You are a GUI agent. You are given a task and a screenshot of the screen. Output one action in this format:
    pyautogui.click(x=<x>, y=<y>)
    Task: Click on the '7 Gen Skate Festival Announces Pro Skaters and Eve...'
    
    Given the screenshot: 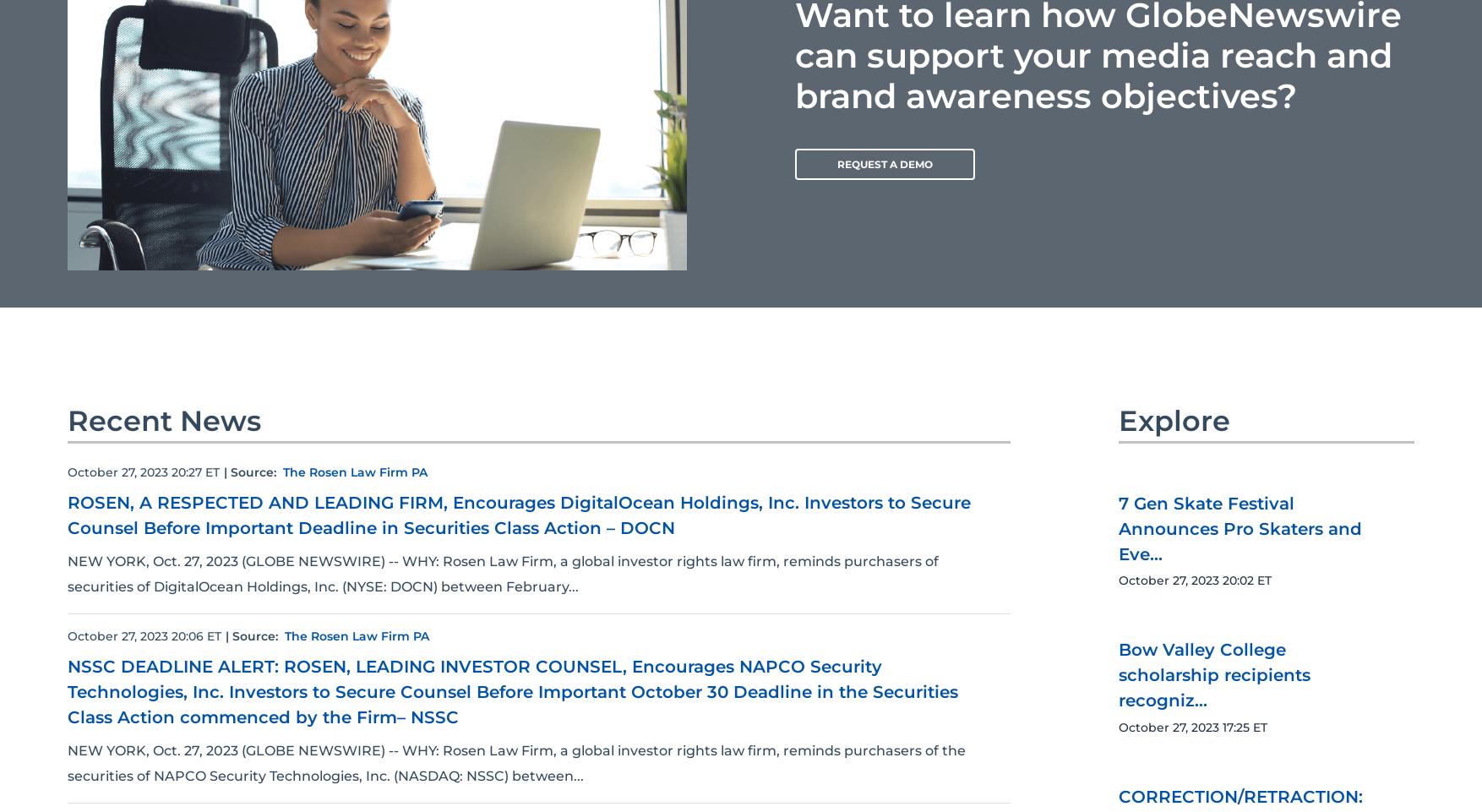 What is the action you would take?
    pyautogui.click(x=1117, y=689)
    